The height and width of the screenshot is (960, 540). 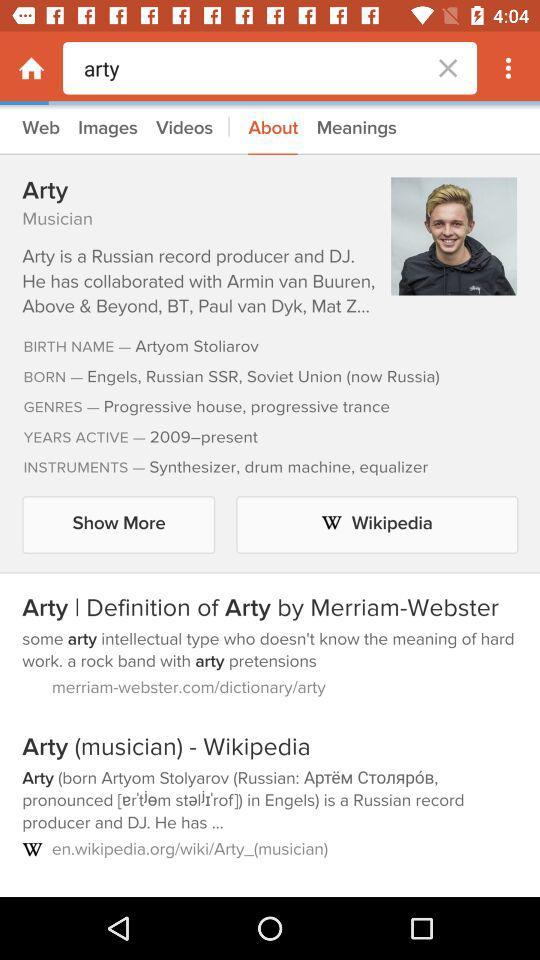 What do you see at coordinates (30, 68) in the screenshot?
I see `menu page` at bounding box center [30, 68].